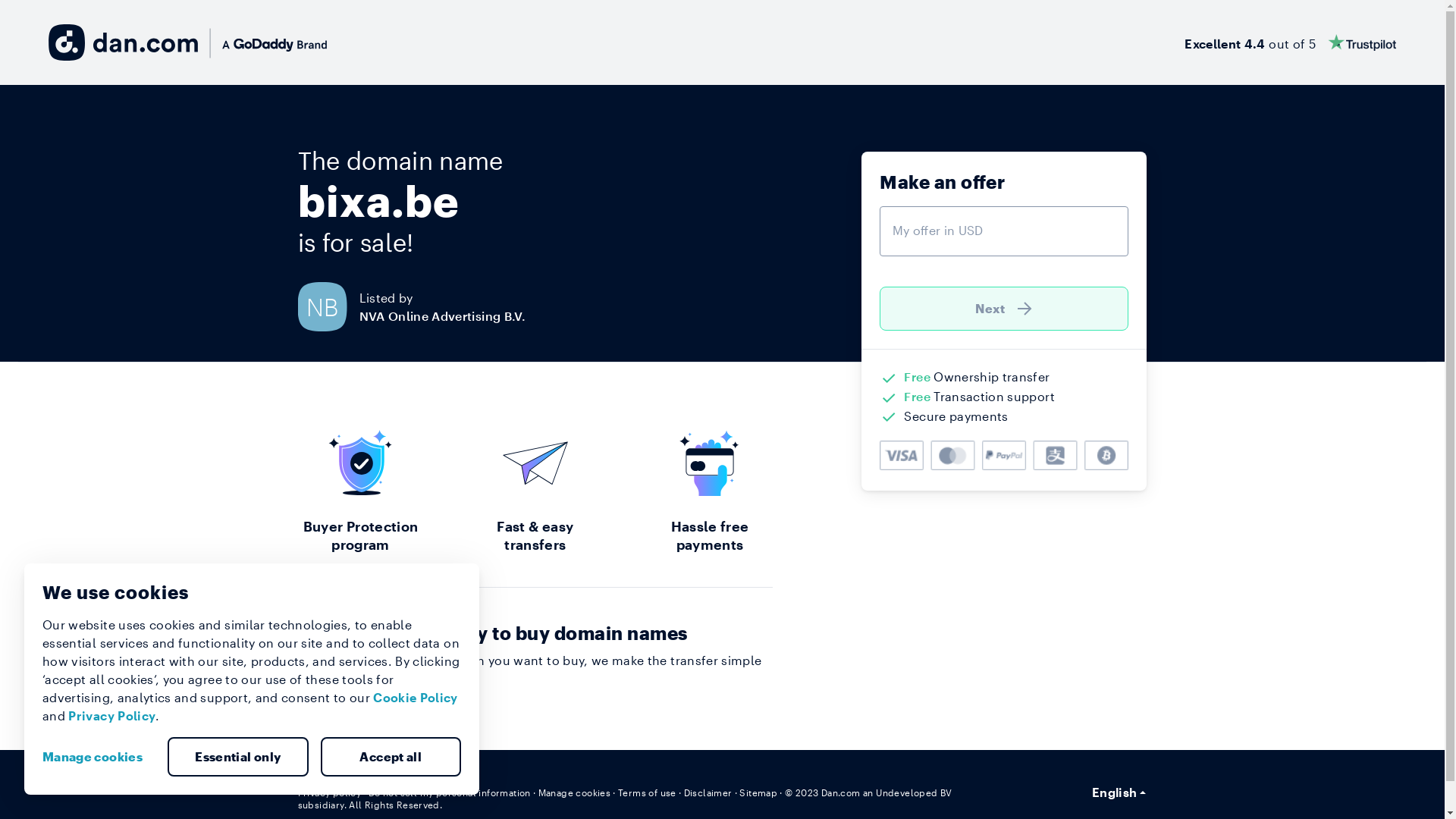 The width and height of the screenshot is (1456, 819). Describe the element at coordinates (415, 697) in the screenshot. I see `'Cookie Policy'` at that location.